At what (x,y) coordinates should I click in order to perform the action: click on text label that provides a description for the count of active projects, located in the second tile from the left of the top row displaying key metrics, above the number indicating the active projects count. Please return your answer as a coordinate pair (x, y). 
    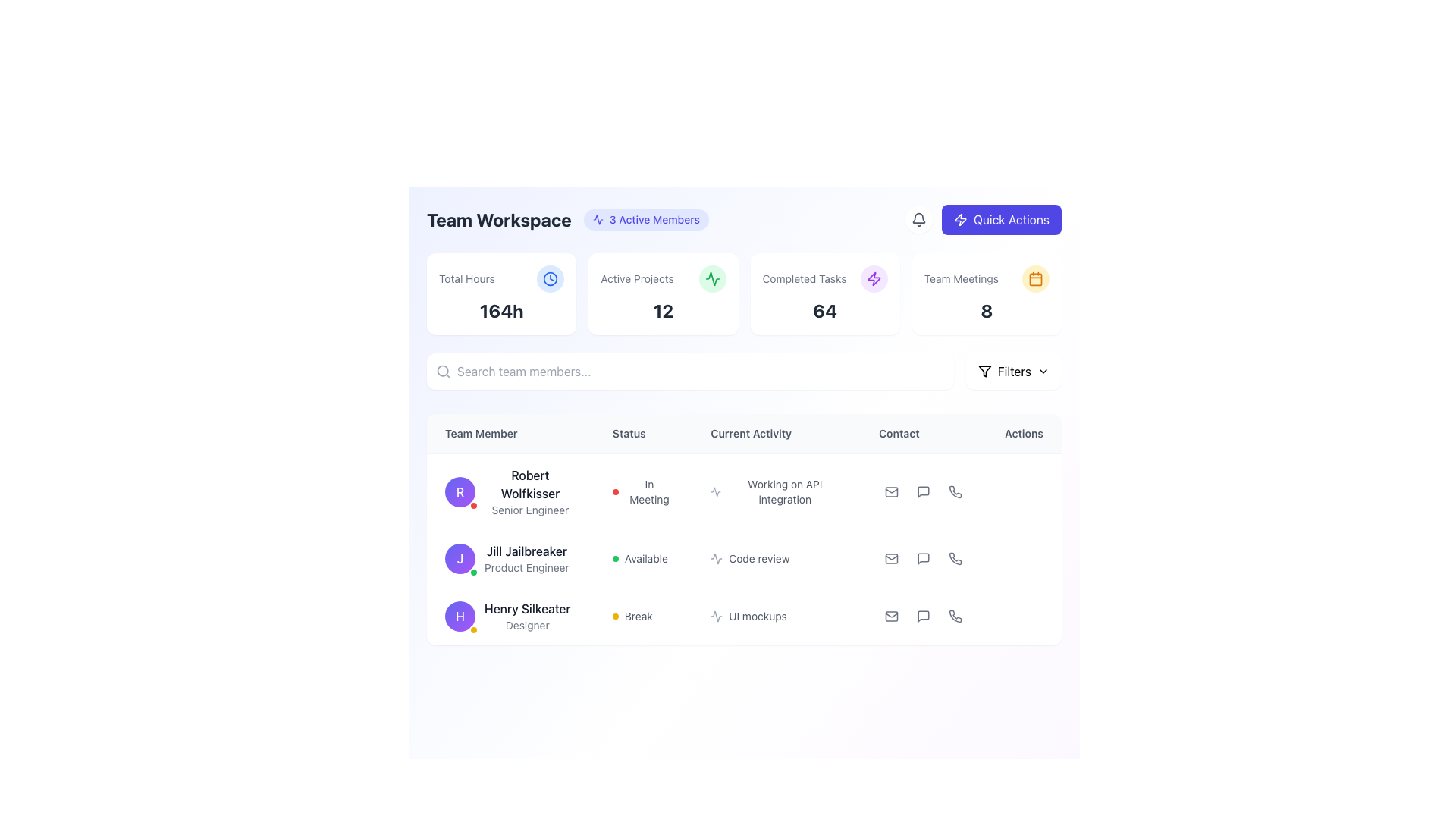
    Looking at the image, I should click on (637, 278).